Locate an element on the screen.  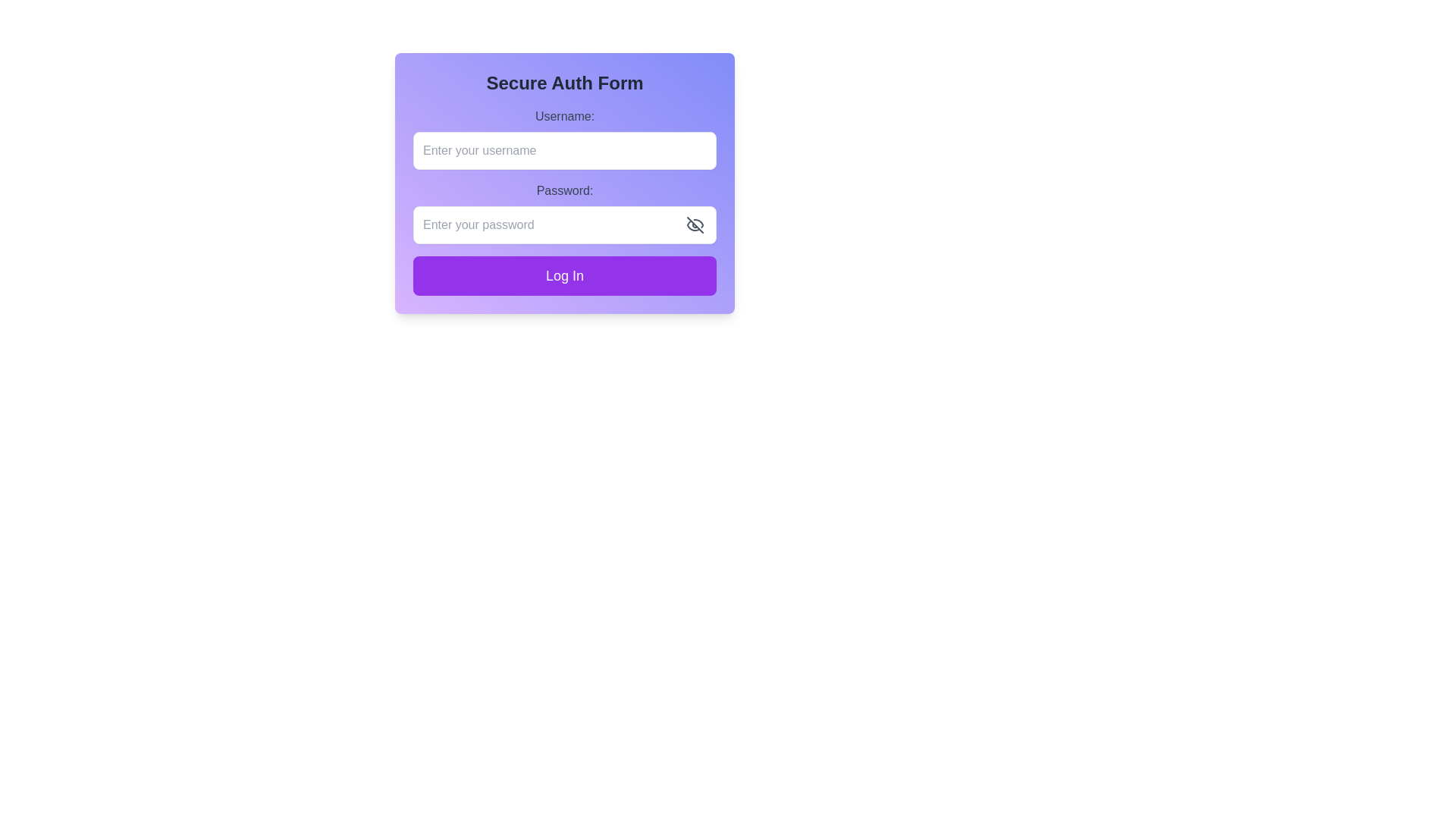
the text label that indicates the purpose of the adjacent input field for entering the username, located at the upper section of the form is located at coordinates (563, 116).